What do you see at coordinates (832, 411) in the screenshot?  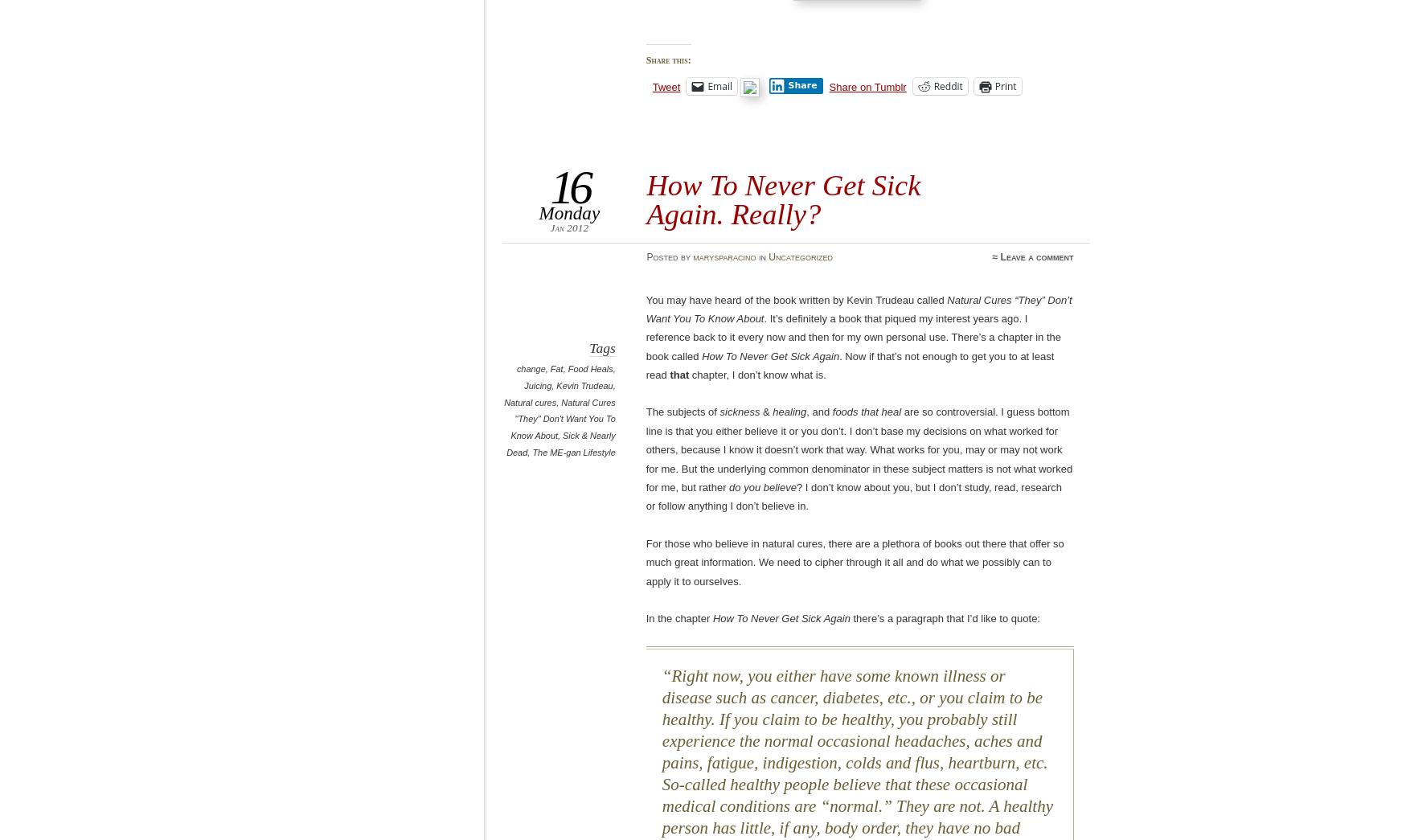 I see `'foods that heal'` at bounding box center [832, 411].